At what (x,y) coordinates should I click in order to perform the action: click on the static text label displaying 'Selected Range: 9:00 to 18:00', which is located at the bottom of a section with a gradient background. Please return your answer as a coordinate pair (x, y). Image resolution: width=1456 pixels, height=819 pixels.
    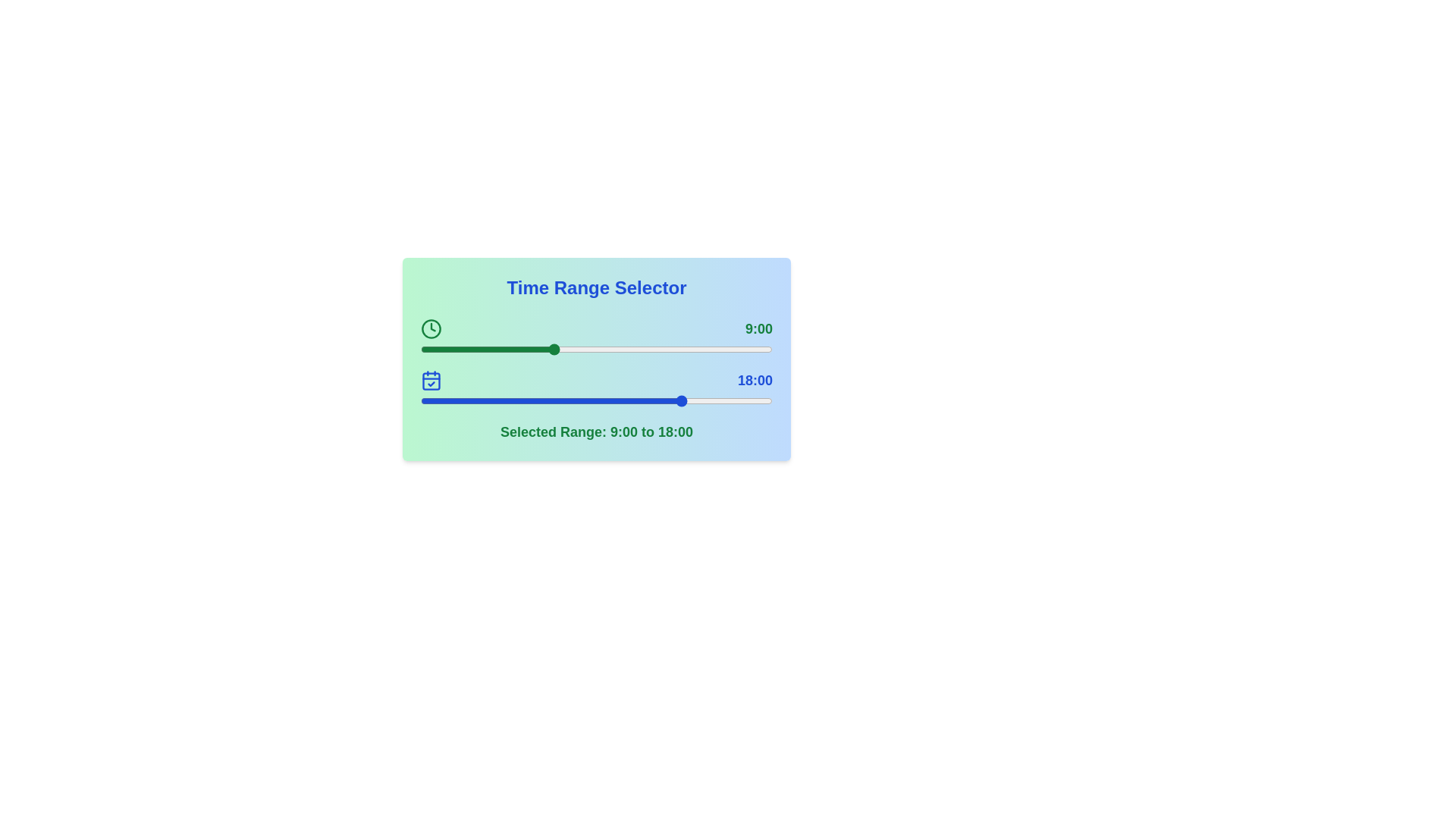
    Looking at the image, I should click on (596, 432).